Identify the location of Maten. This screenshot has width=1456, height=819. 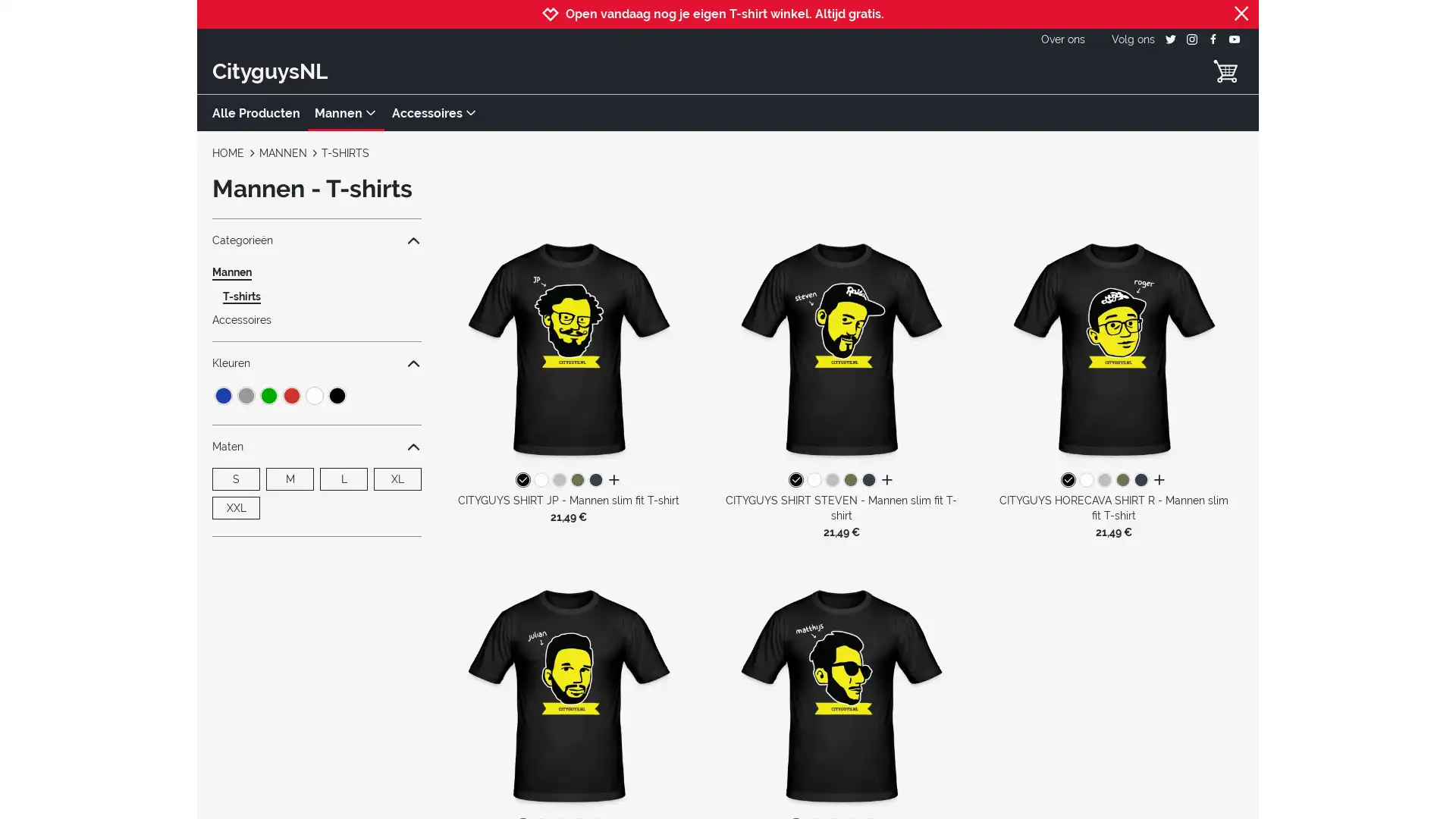
(315, 446).